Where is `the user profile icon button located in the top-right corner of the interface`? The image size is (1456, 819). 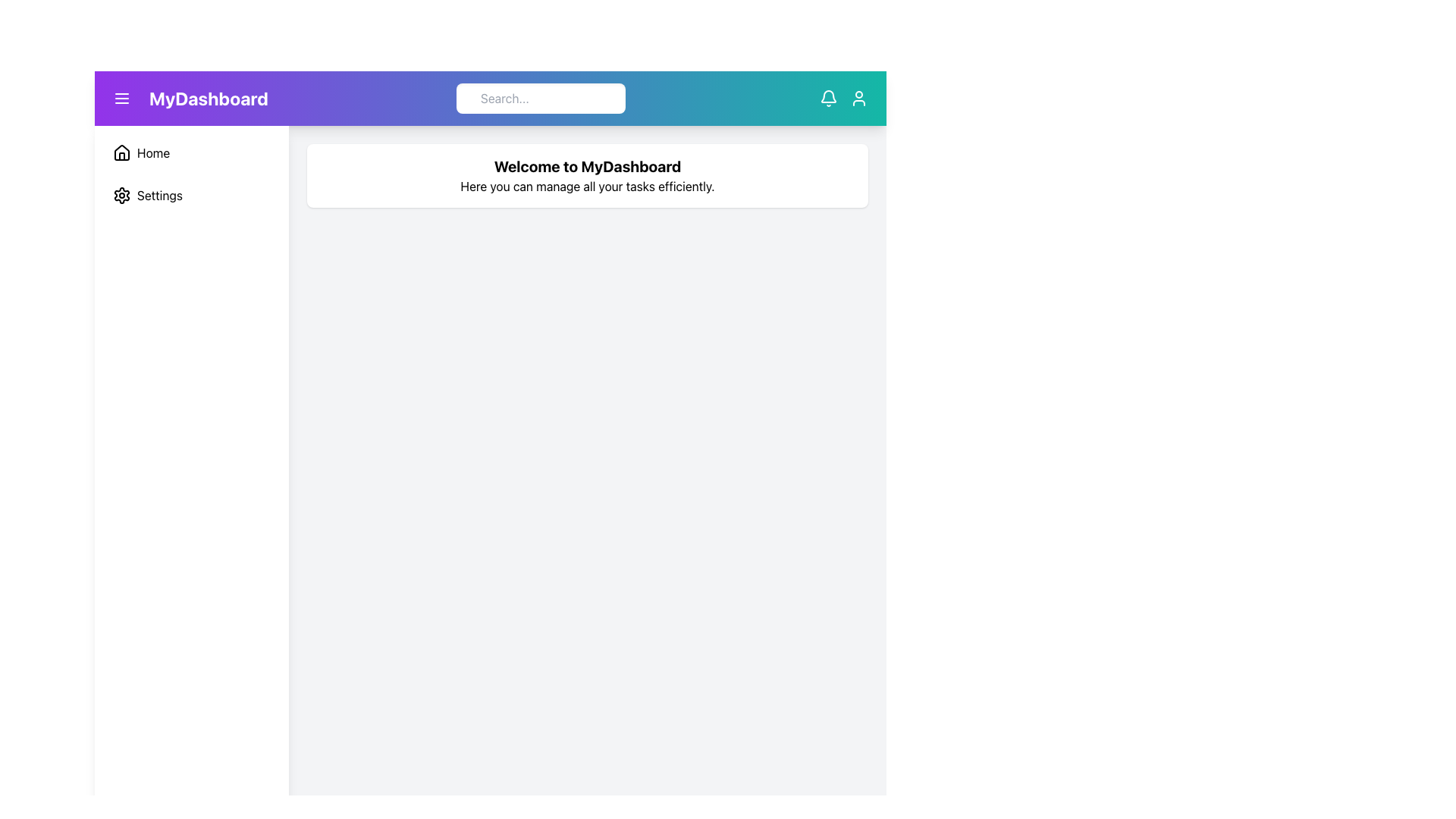 the user profile icon button located in the top-right corner of the interface is located at coordinates (858, 99).